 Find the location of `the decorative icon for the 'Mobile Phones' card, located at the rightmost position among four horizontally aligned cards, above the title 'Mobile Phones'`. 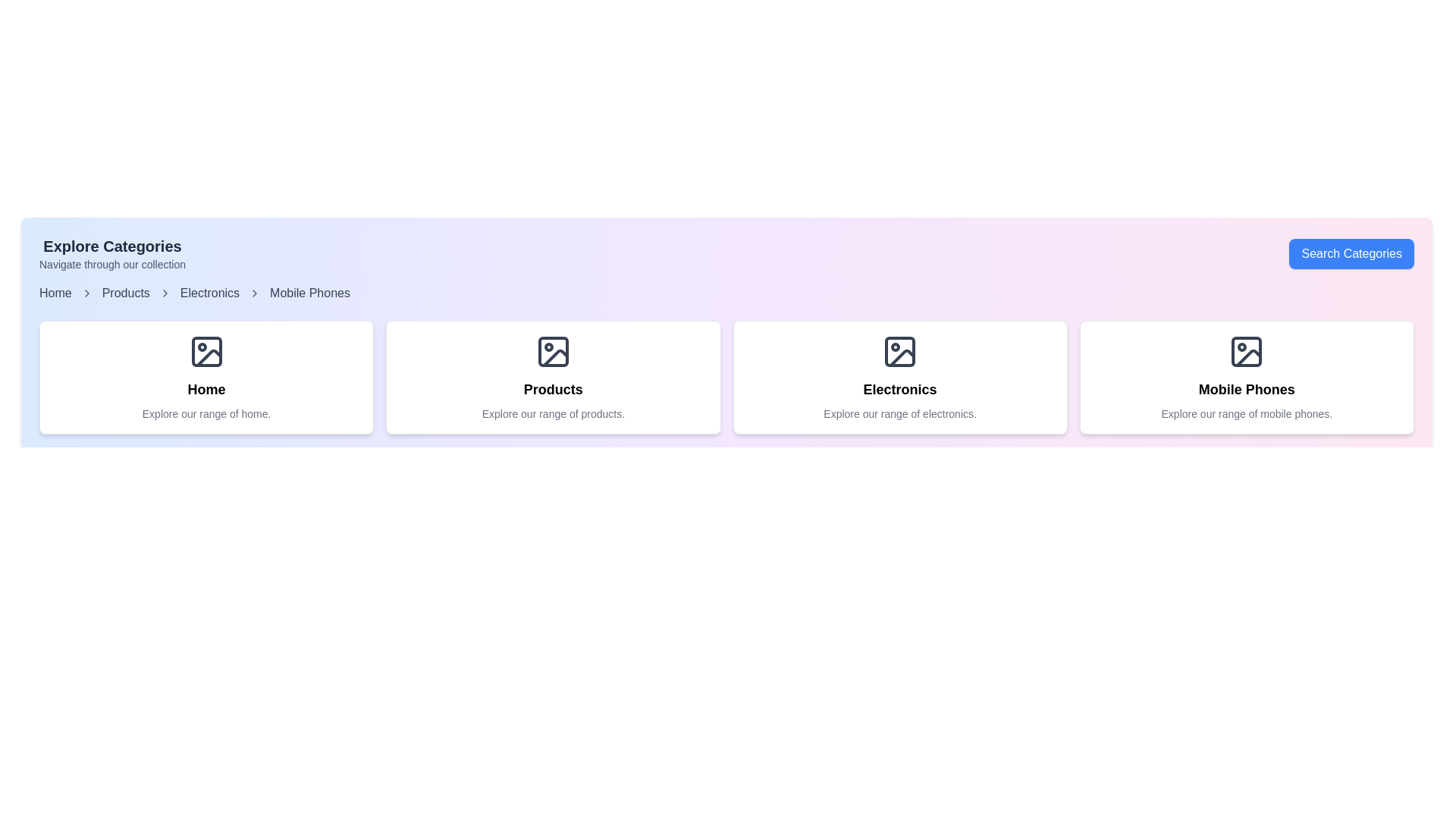

the decorative icon for the 'Mobile Phones' card, located at the rightmost position among four horizontally aligned cards, above the title 'Mobile Phones' is located at coordinates (1247, 351).